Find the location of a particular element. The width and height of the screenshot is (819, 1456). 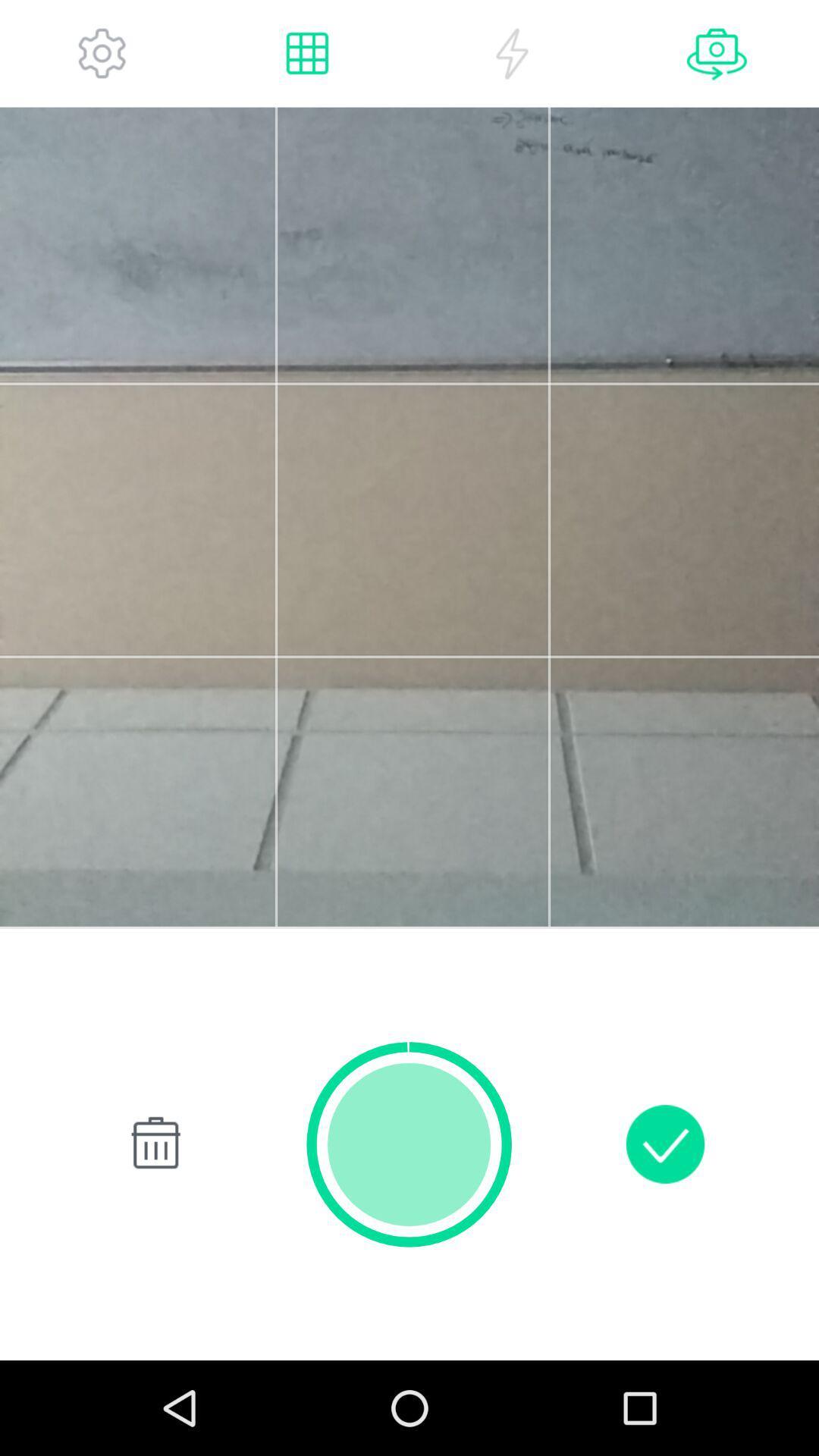

flash is located at coordinates (512, 53).